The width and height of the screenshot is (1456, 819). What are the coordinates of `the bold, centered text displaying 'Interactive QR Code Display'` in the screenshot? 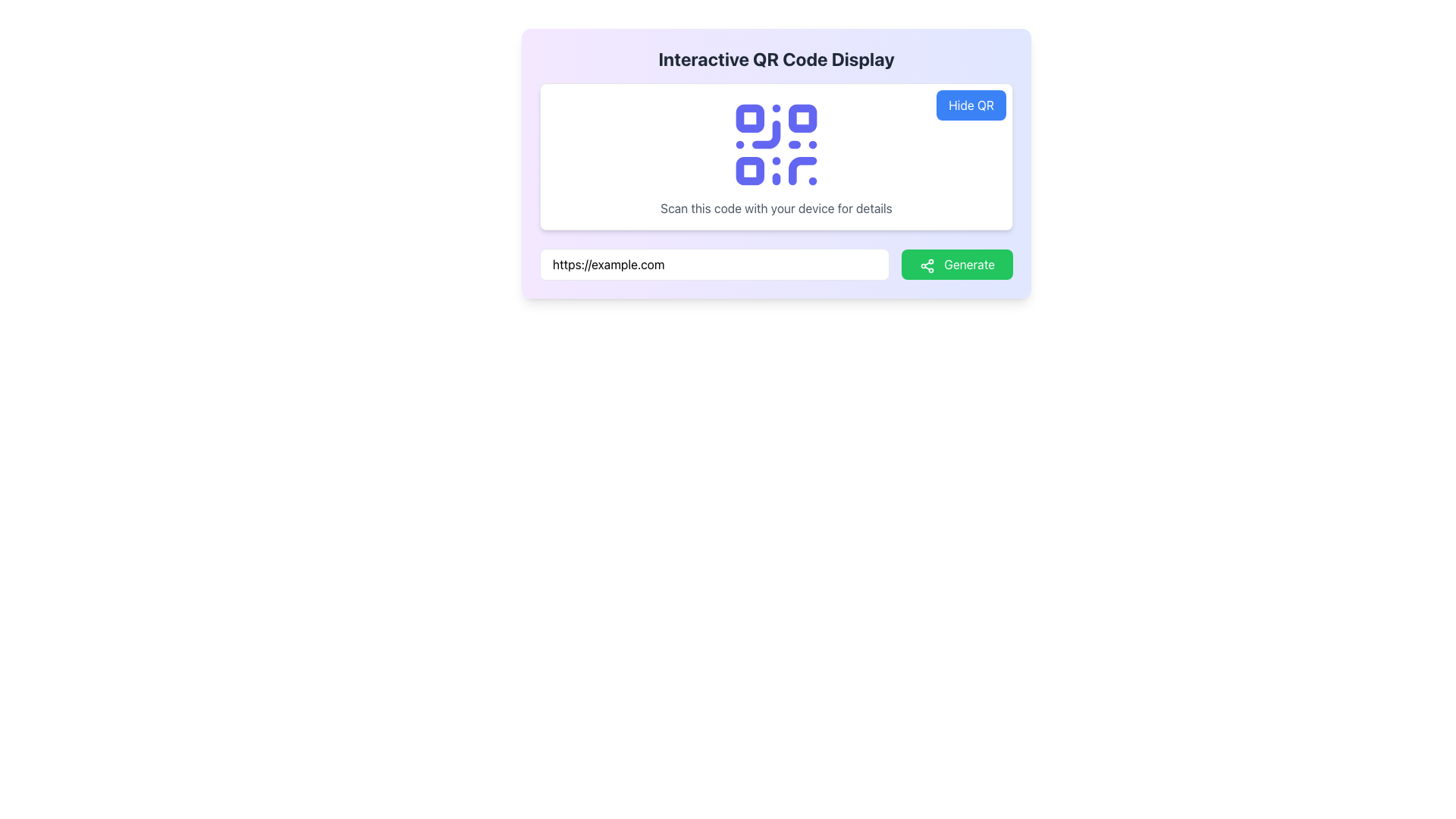 It's located at (776, 58).